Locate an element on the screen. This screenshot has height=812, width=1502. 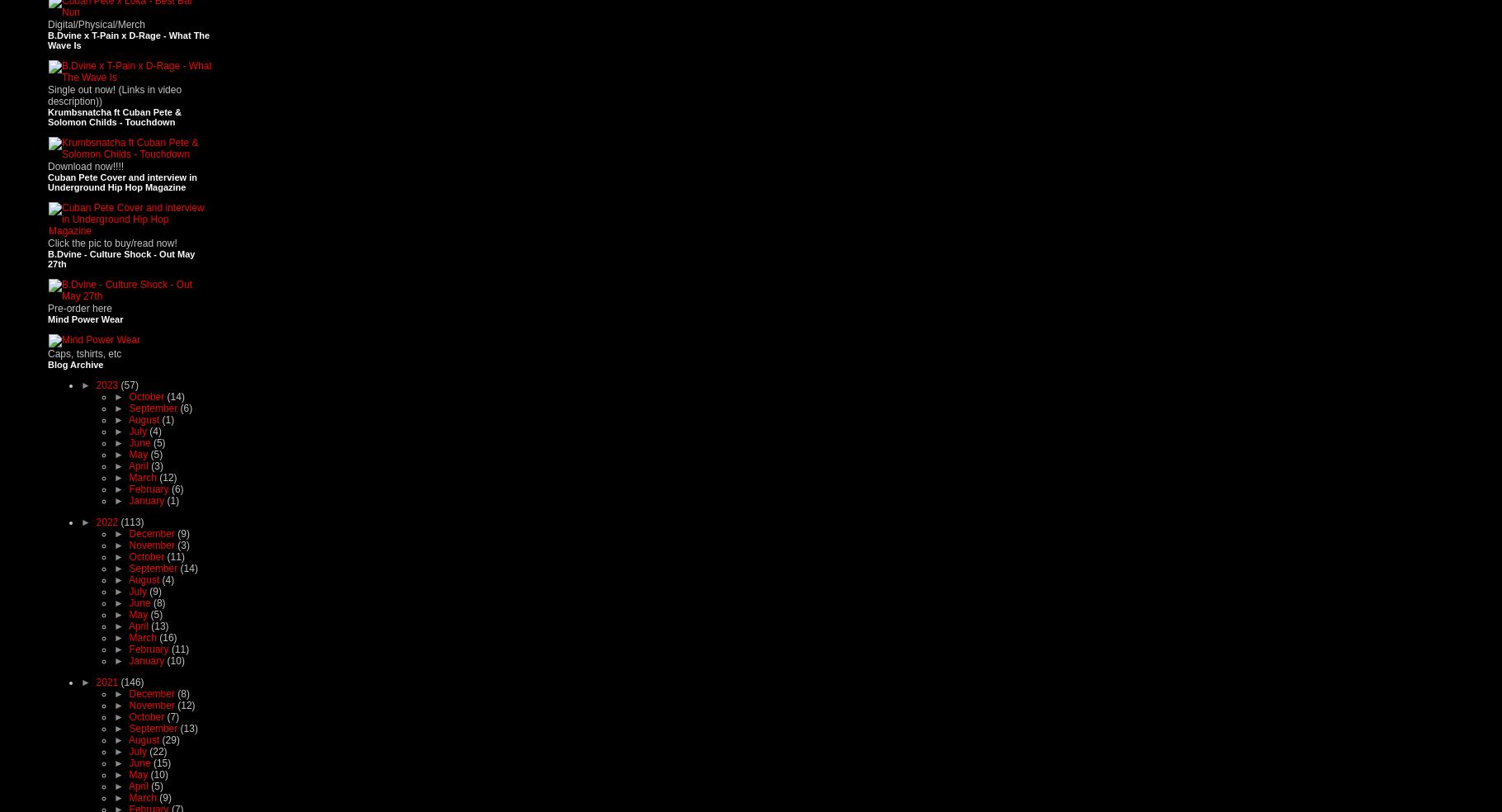
'(15)' is located at coordinates (162, 762).